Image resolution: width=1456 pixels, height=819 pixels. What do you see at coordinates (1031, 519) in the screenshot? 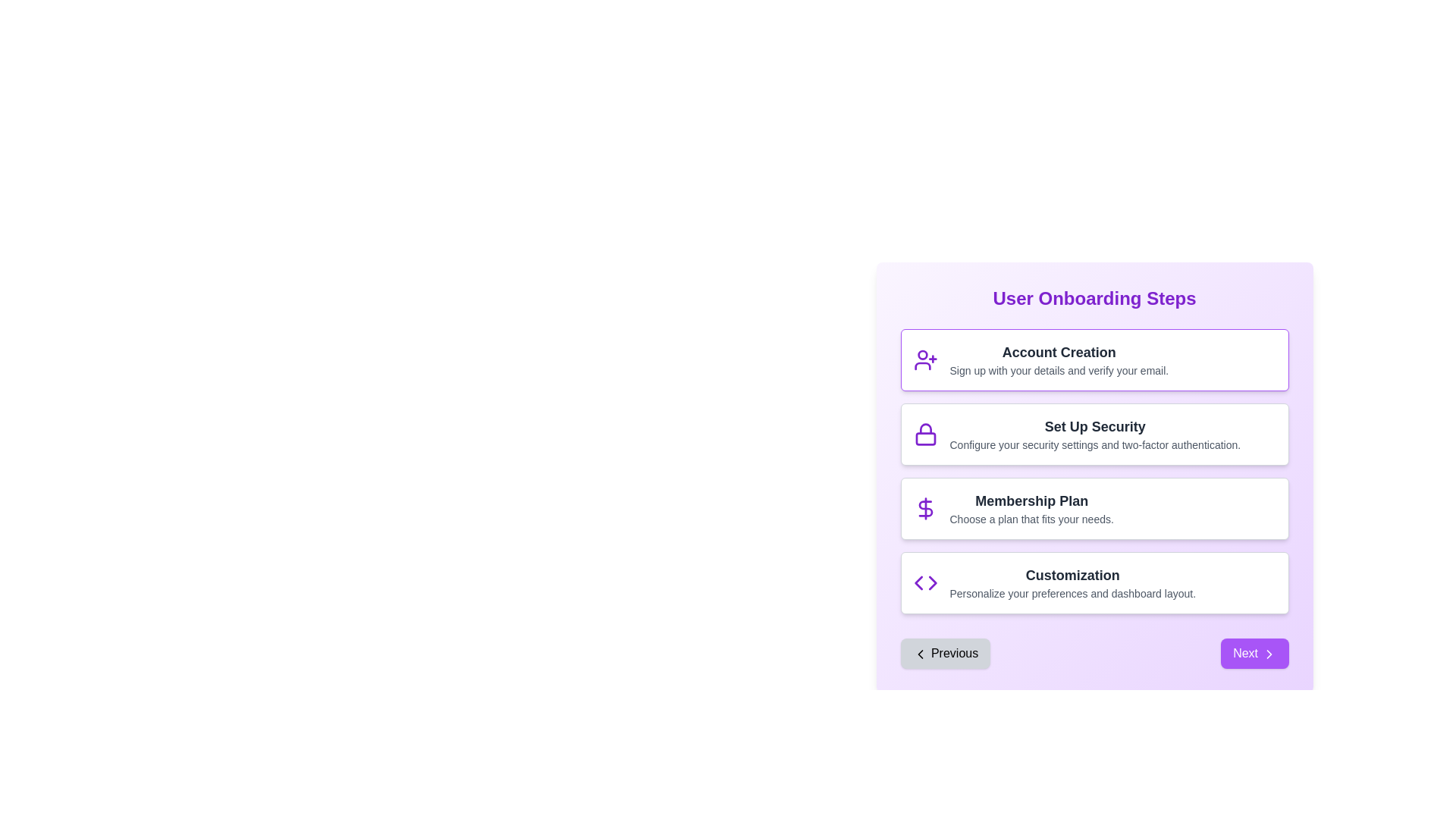
I see `the descriptive subtitle element providing additional information about the 'Membership Plan' phase, located below the 'Membership Plan' text in the third card of the onboarding process` at bounding box center [1031, 519].